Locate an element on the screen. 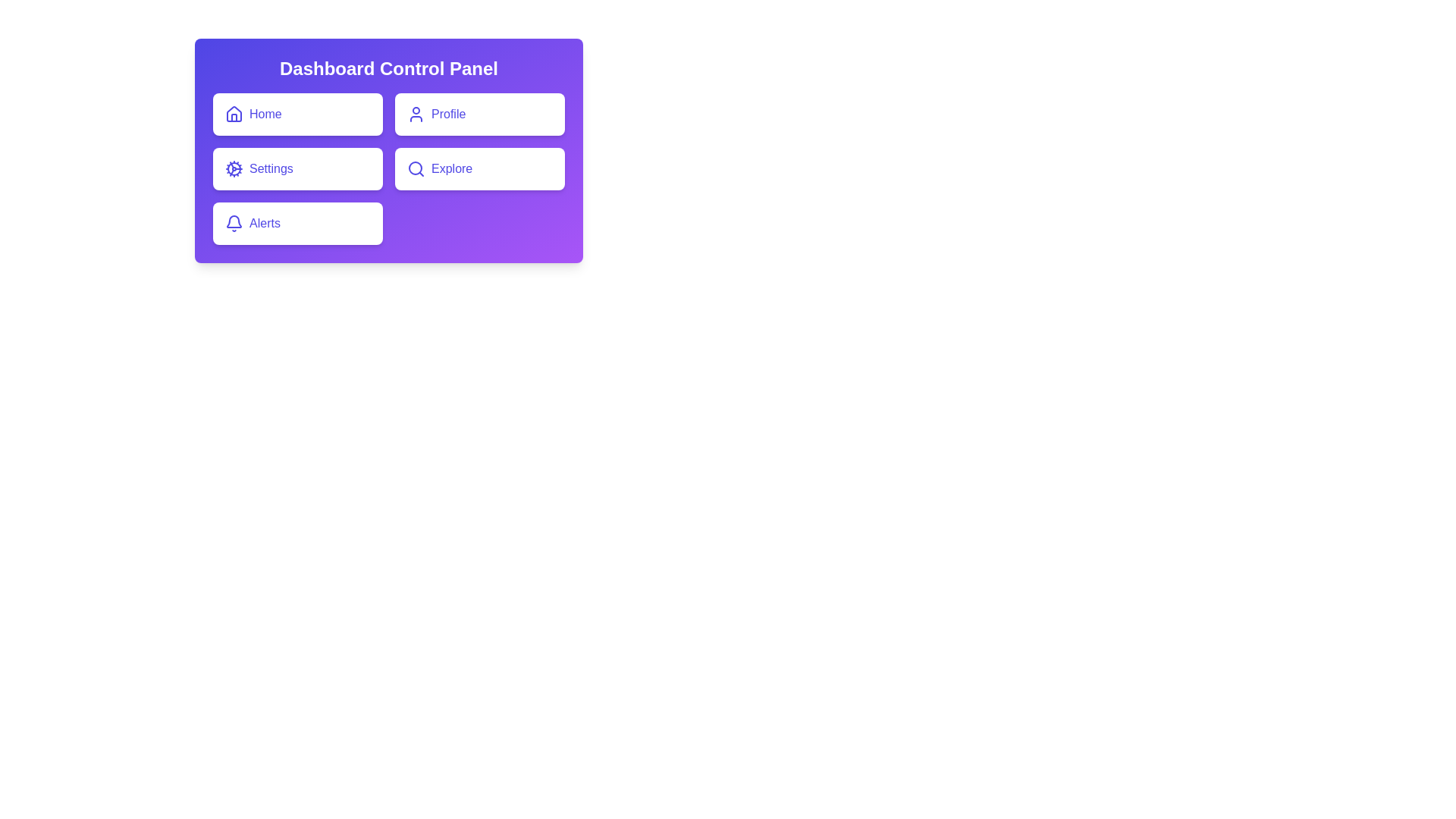  the 'Settings' button in the Grid of interactive buttons located under the 'Dashboard Control Panel' is located at coordinates (389, 169).